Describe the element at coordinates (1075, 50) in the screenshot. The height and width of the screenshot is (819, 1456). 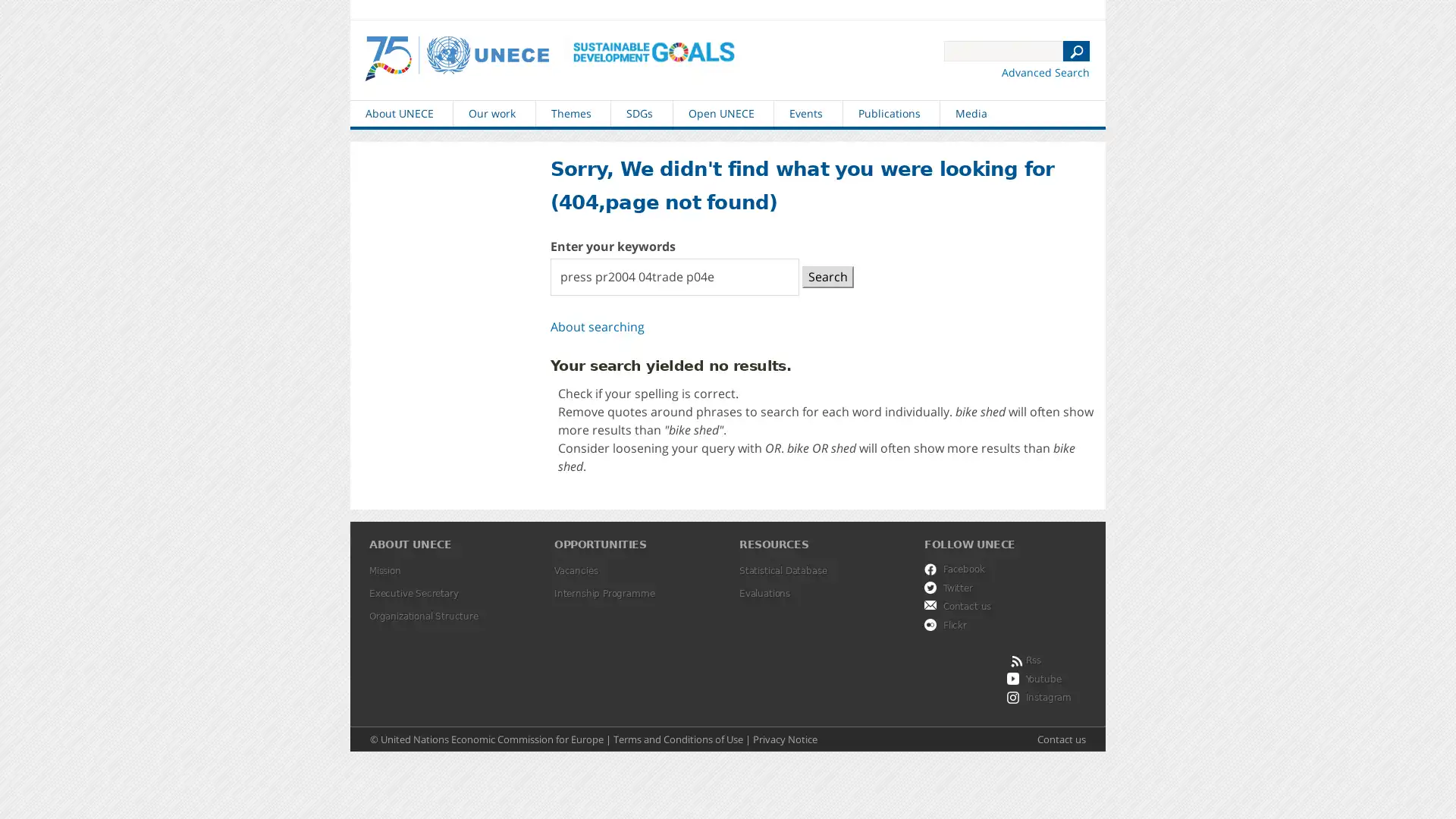
I see `N` at that location.